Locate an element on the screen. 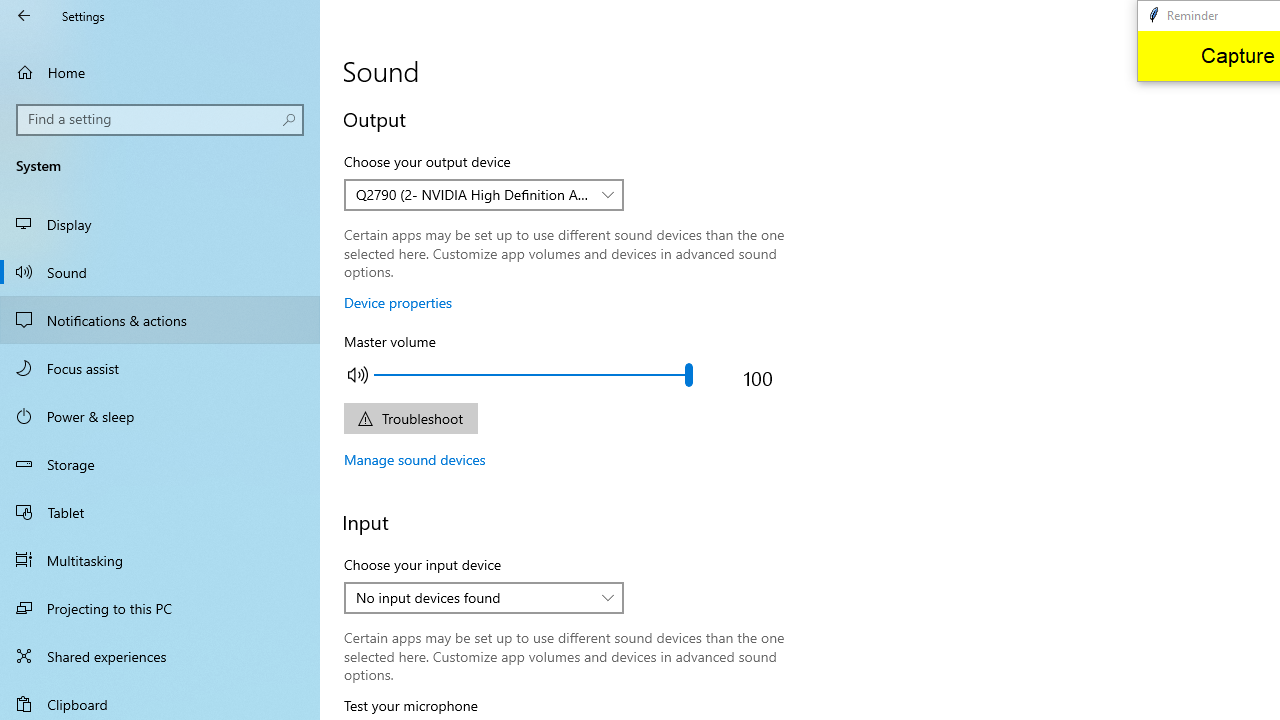 The width and height of the screenshot is (1280, 720). 'Focus assist' is located at coordinates (160, 367).